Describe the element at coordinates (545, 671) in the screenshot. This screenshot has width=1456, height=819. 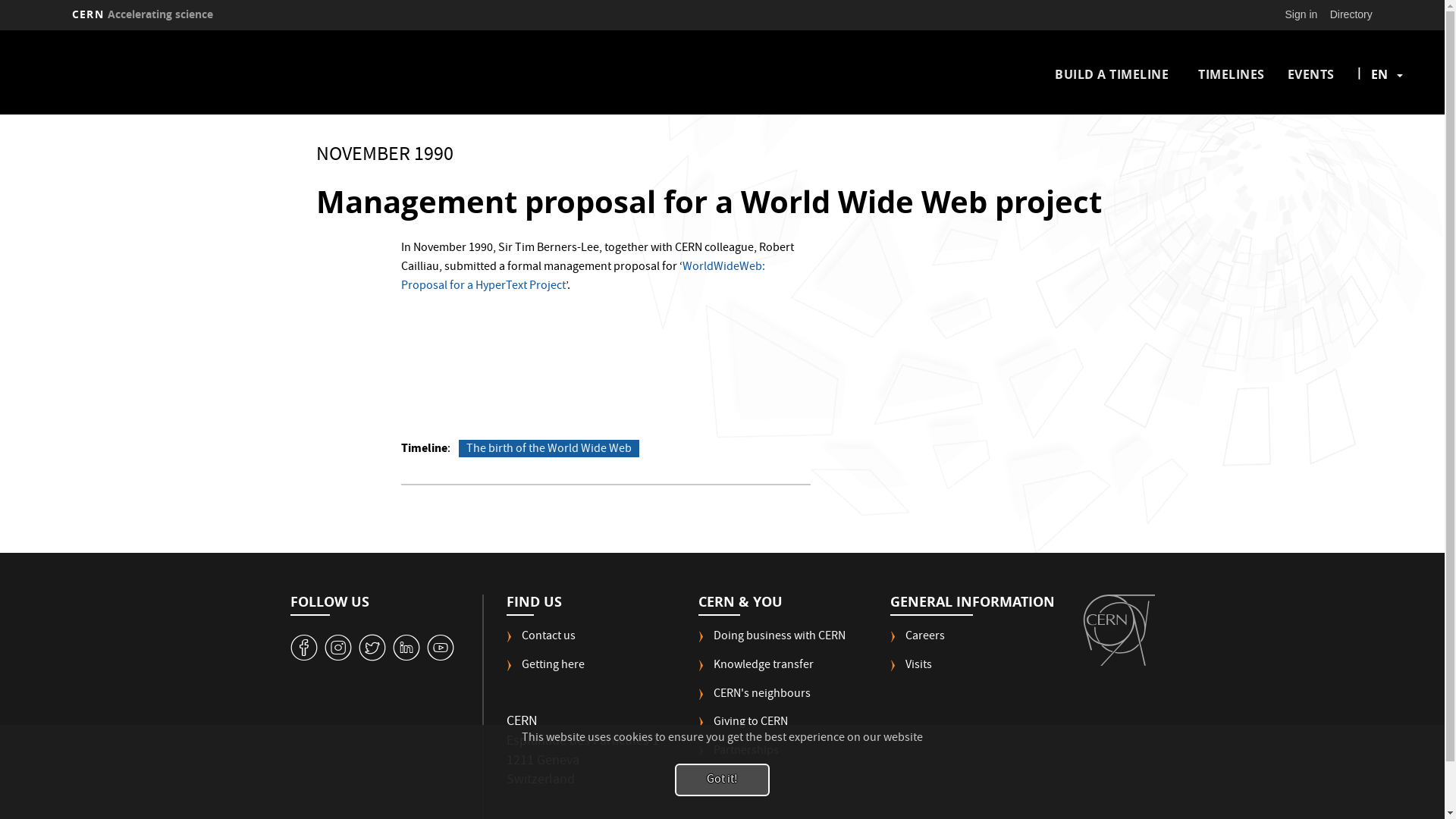
I see `'Getting here'` at that location.